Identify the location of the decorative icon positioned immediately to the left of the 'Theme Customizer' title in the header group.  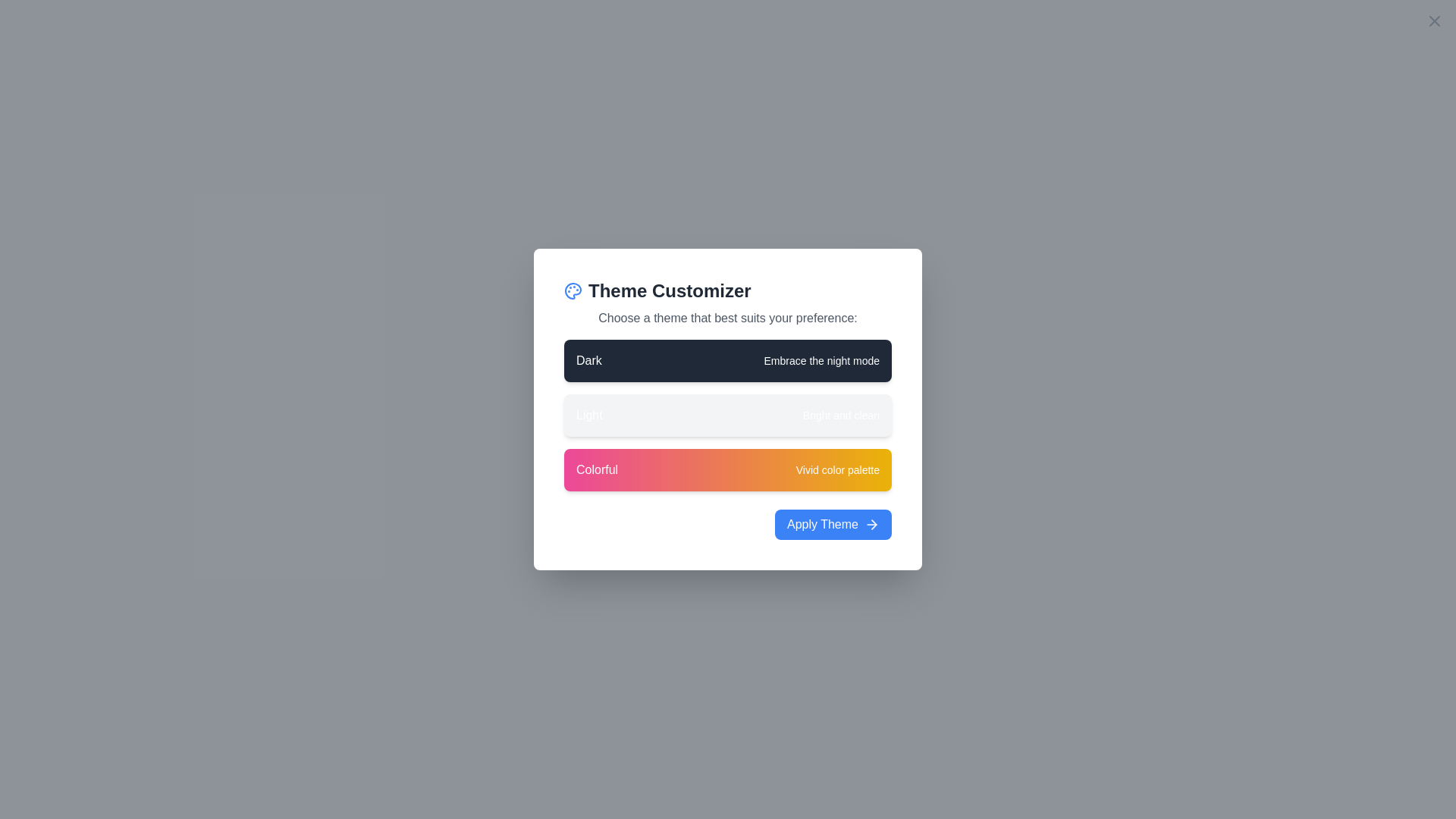
(572, 291).